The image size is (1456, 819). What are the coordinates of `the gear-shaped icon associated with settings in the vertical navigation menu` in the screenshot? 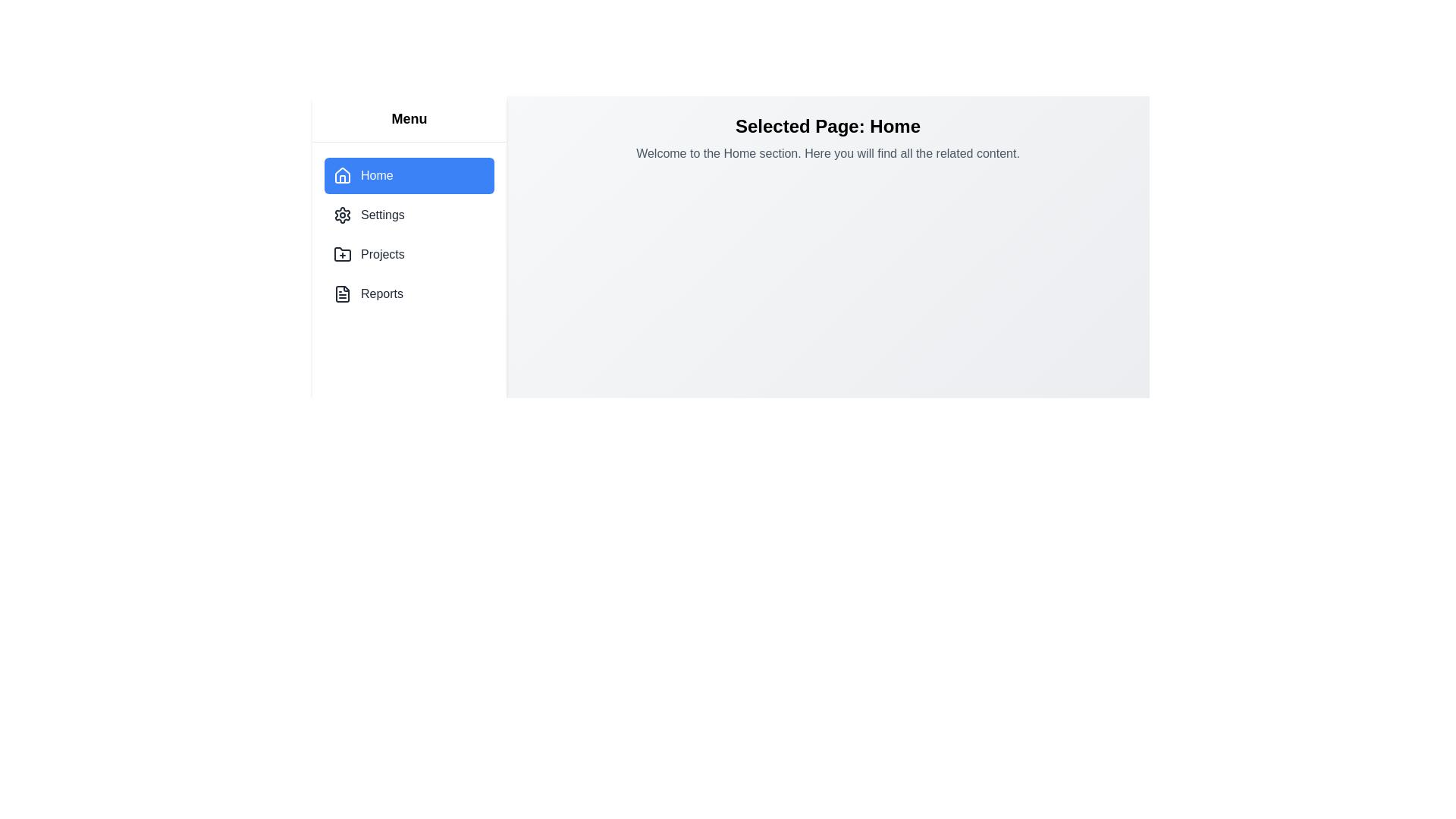 It's located at (341, 215).